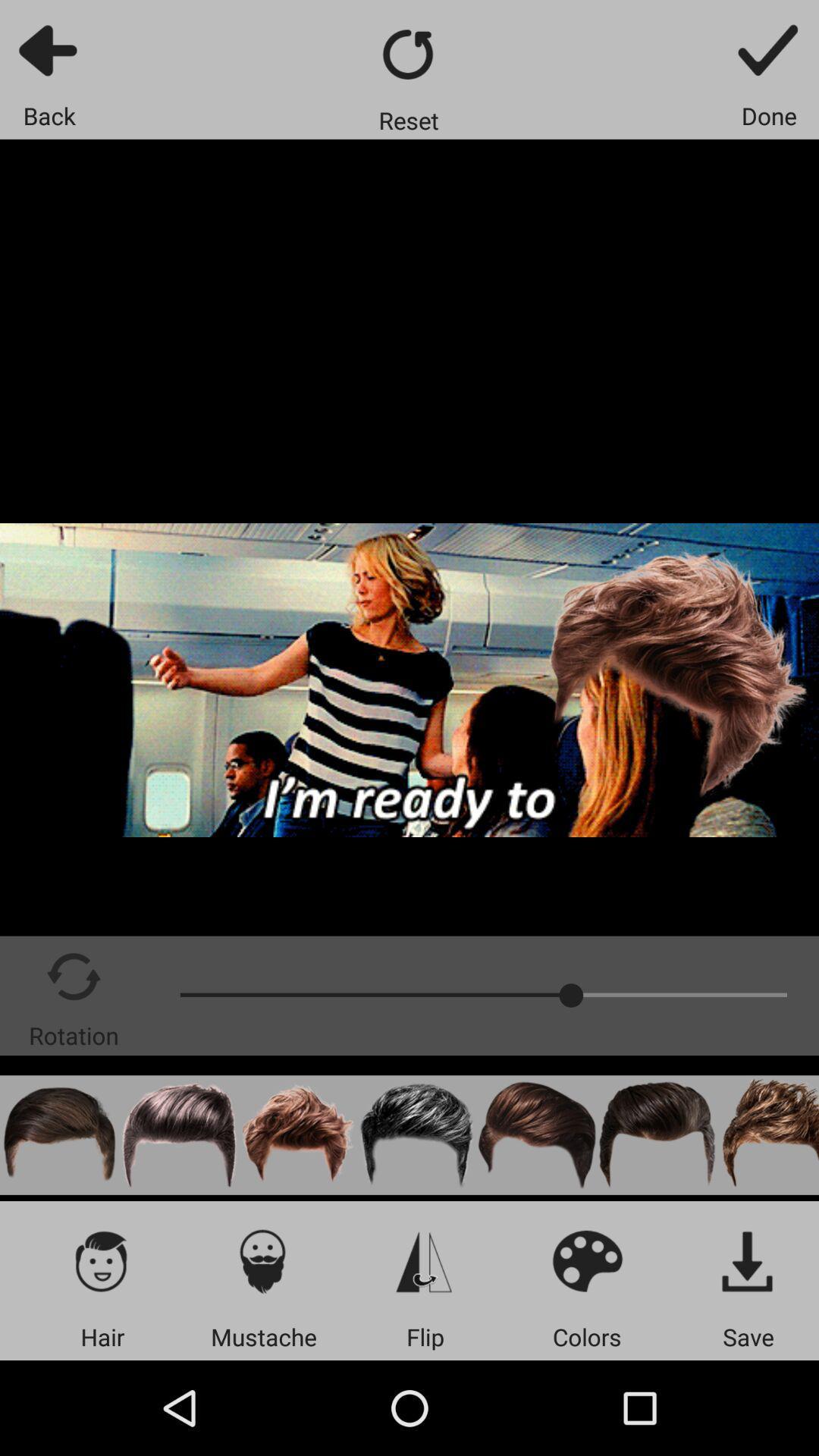  I want to click on second hairstyle, so click(178, 1135).